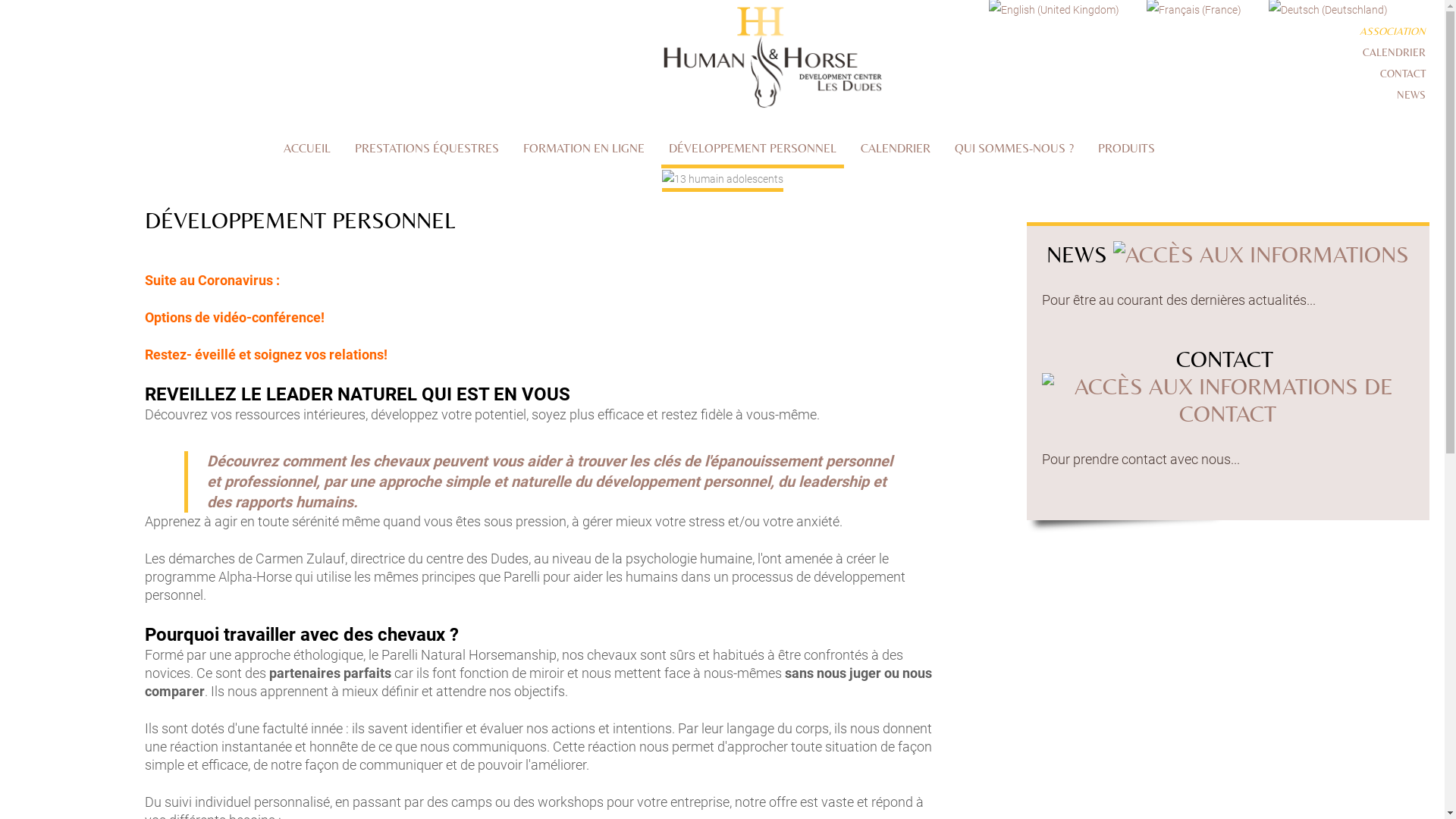  Describe the element at coordinates (1410, 94) in the screenshot. I see `'NEWS'` at that location.